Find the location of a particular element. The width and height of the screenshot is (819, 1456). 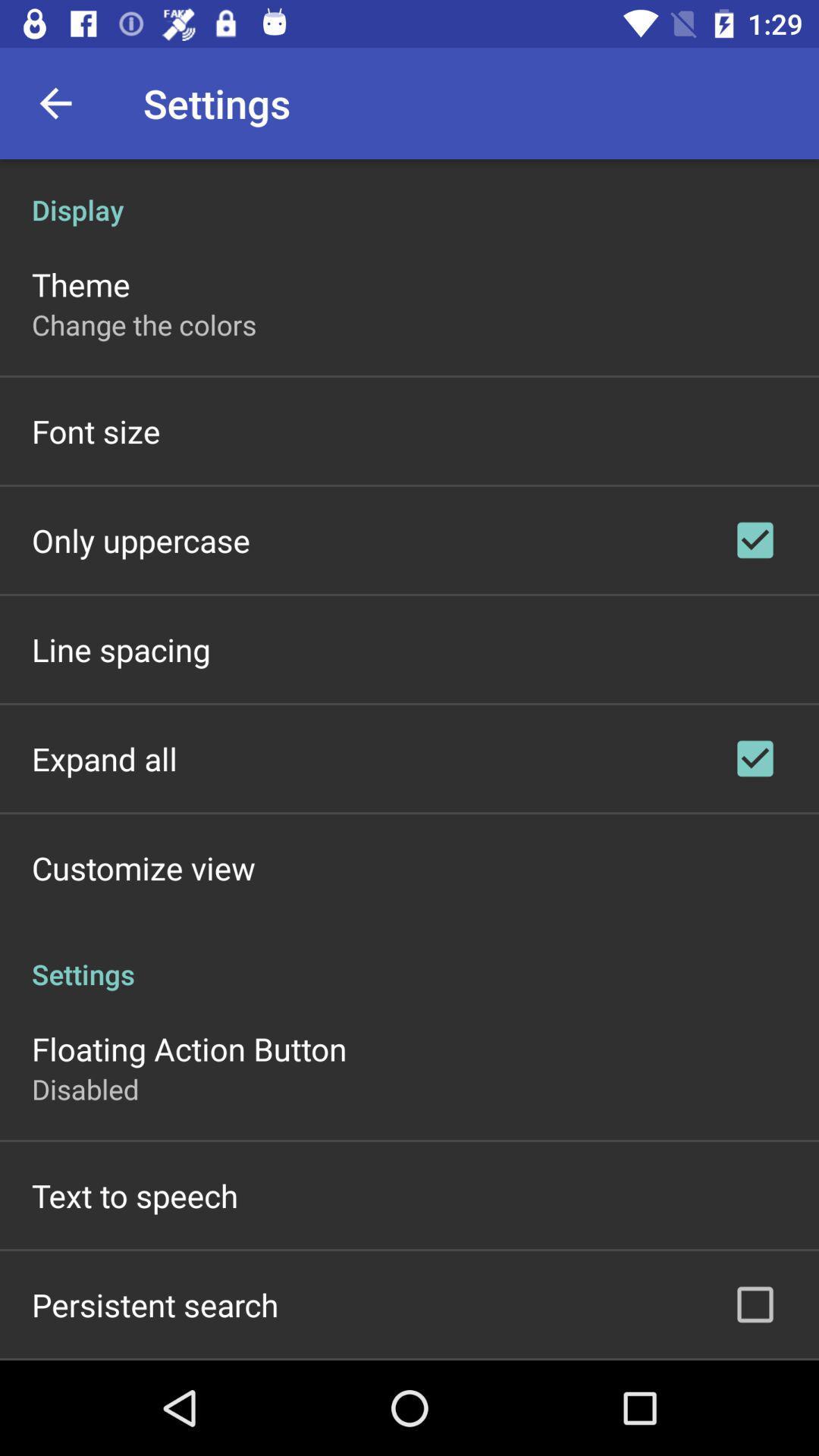

the icon above theme icon is located at coordinates (409, 193).